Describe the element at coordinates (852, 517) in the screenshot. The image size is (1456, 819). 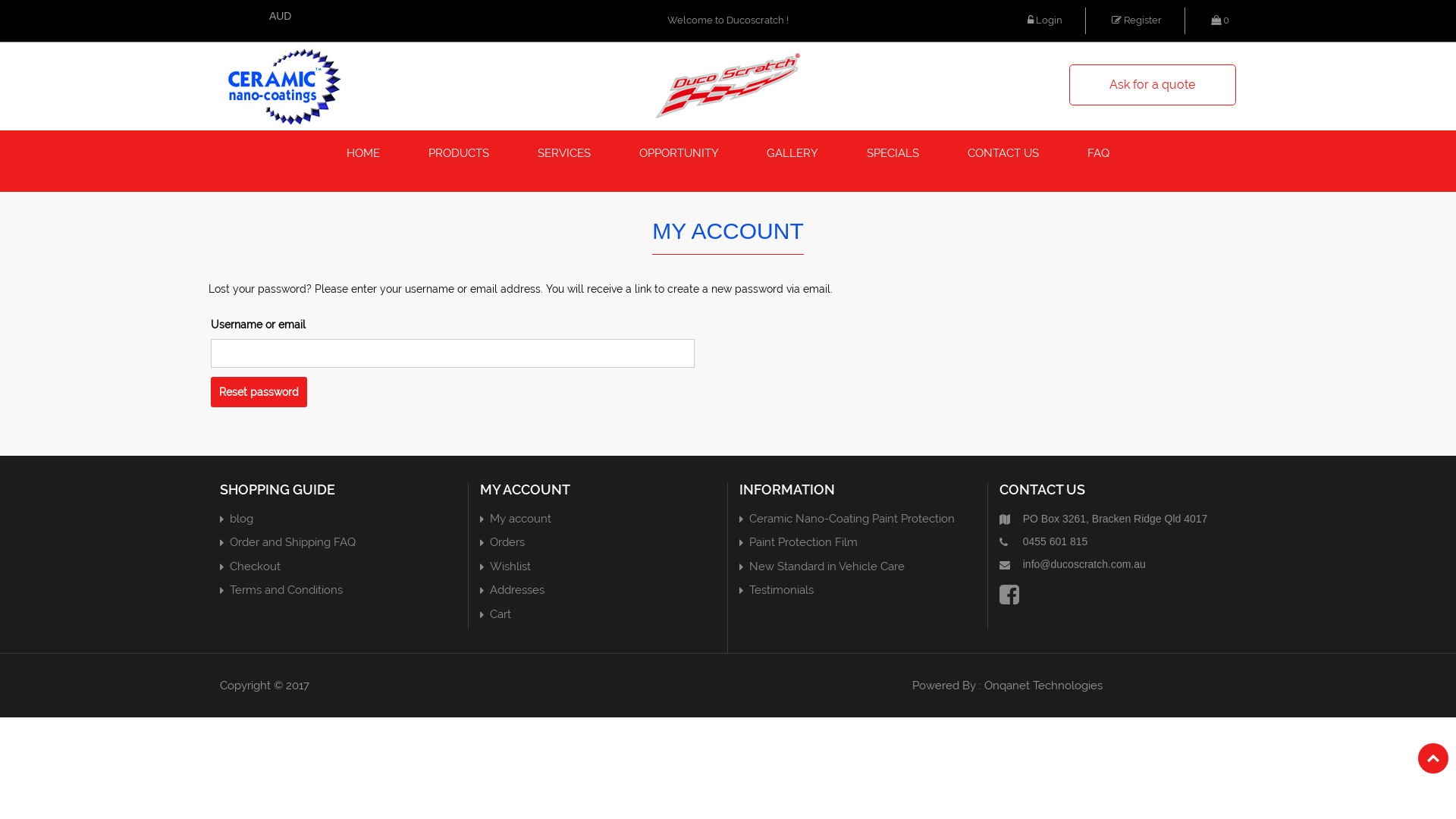
I see `'Ceramic Nano-Coating Paint Protection'` at that location.